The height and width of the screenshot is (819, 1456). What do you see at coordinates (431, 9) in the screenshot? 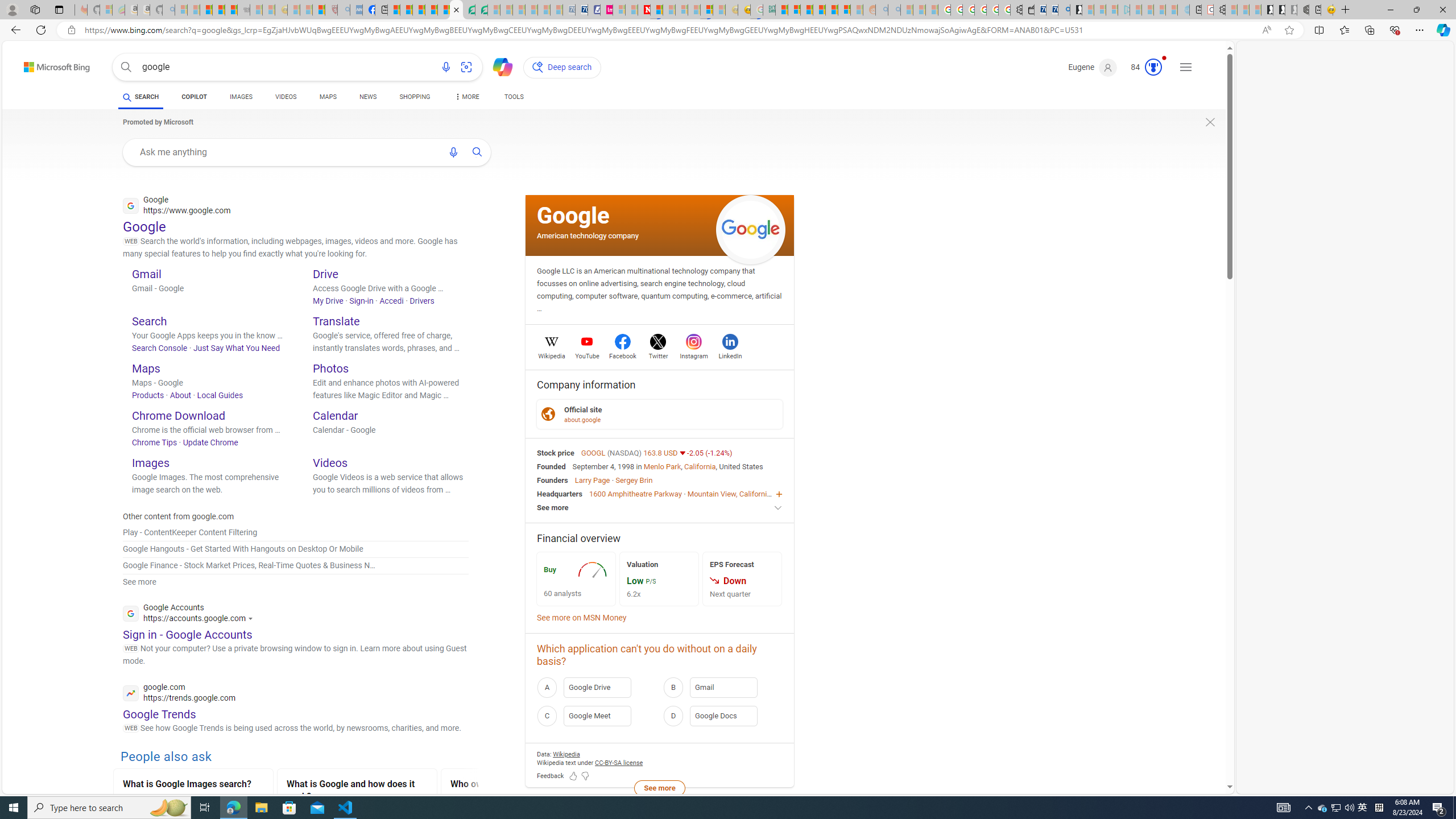
I see `'Pets - MSN'` at bounding box center [431, 9].